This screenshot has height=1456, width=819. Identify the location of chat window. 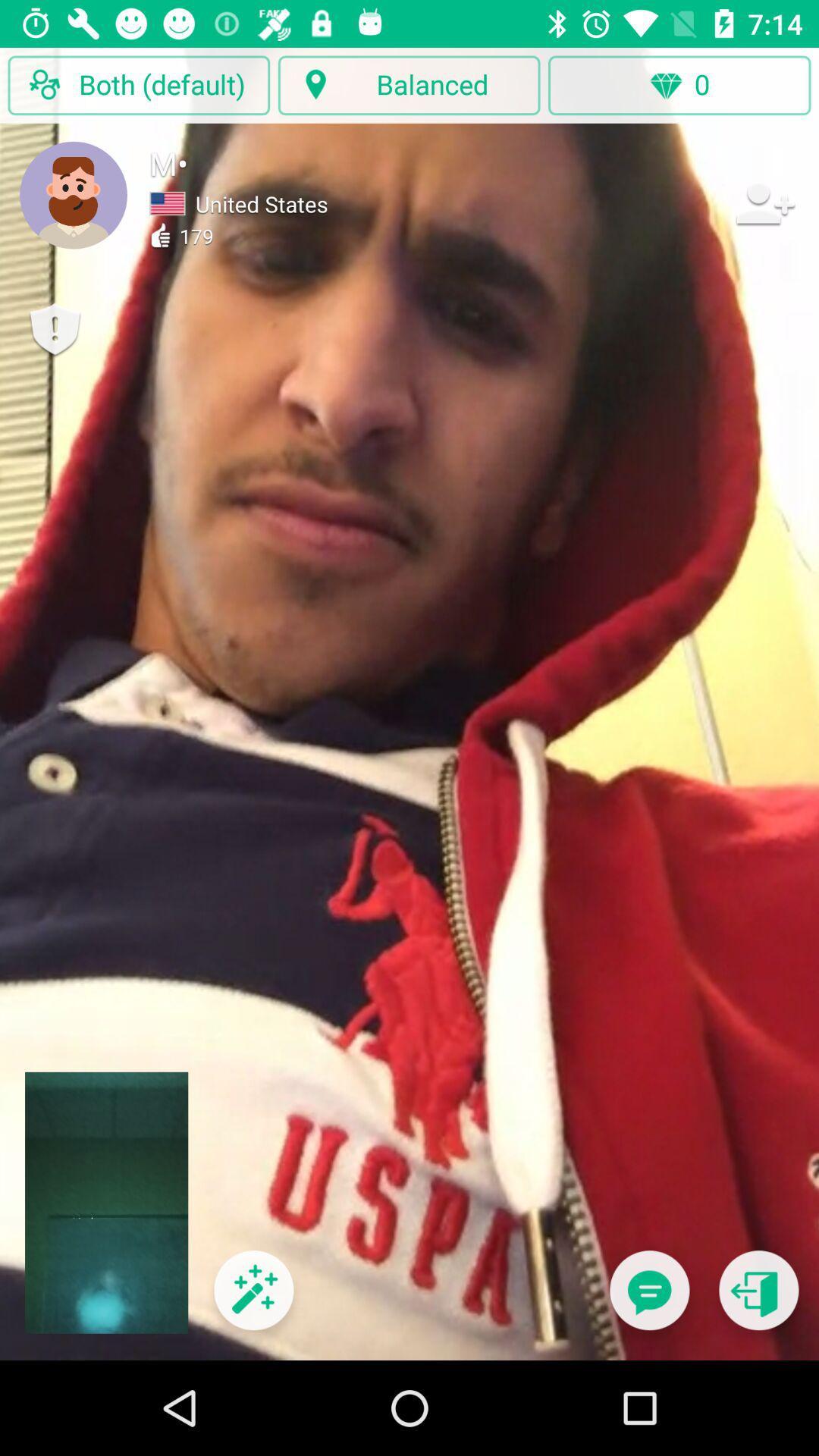
(648, 1299).